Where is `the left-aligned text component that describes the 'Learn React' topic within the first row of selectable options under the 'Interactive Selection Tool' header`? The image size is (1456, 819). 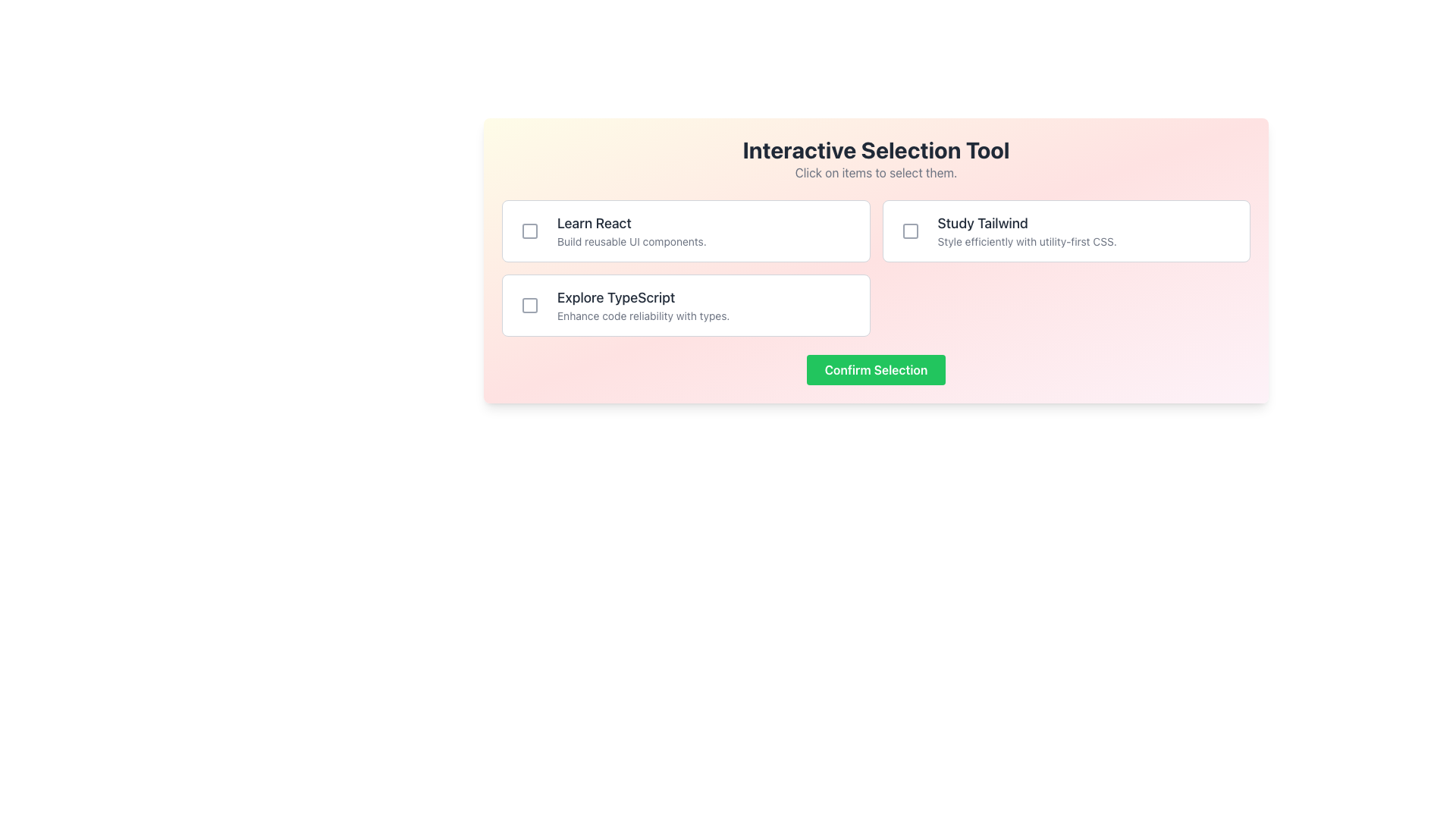
the left-aligned text component that describes the 'Learn React' topic within the first row of selectable options under the 'Interactive Selection Tool' header is located at coordinates (632, 231).